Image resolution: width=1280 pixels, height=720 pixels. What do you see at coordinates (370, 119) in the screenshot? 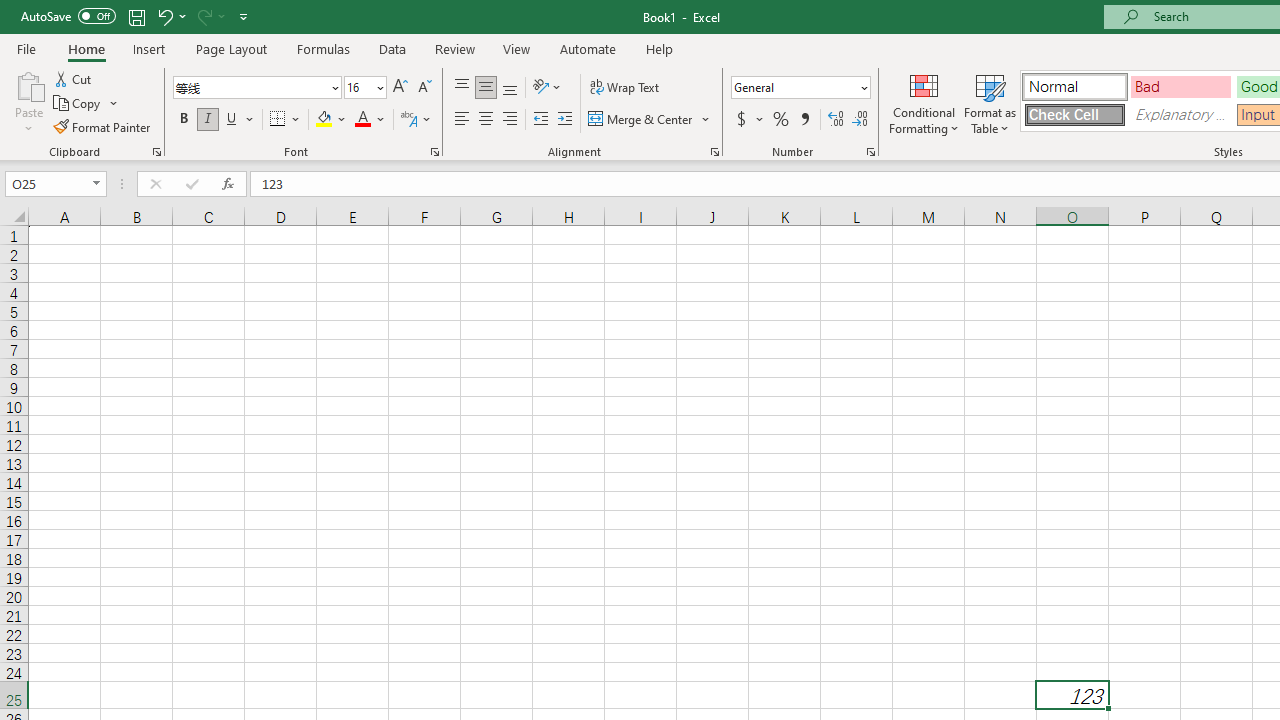
I see `'Font Color'` at bounding box center [370, 119].